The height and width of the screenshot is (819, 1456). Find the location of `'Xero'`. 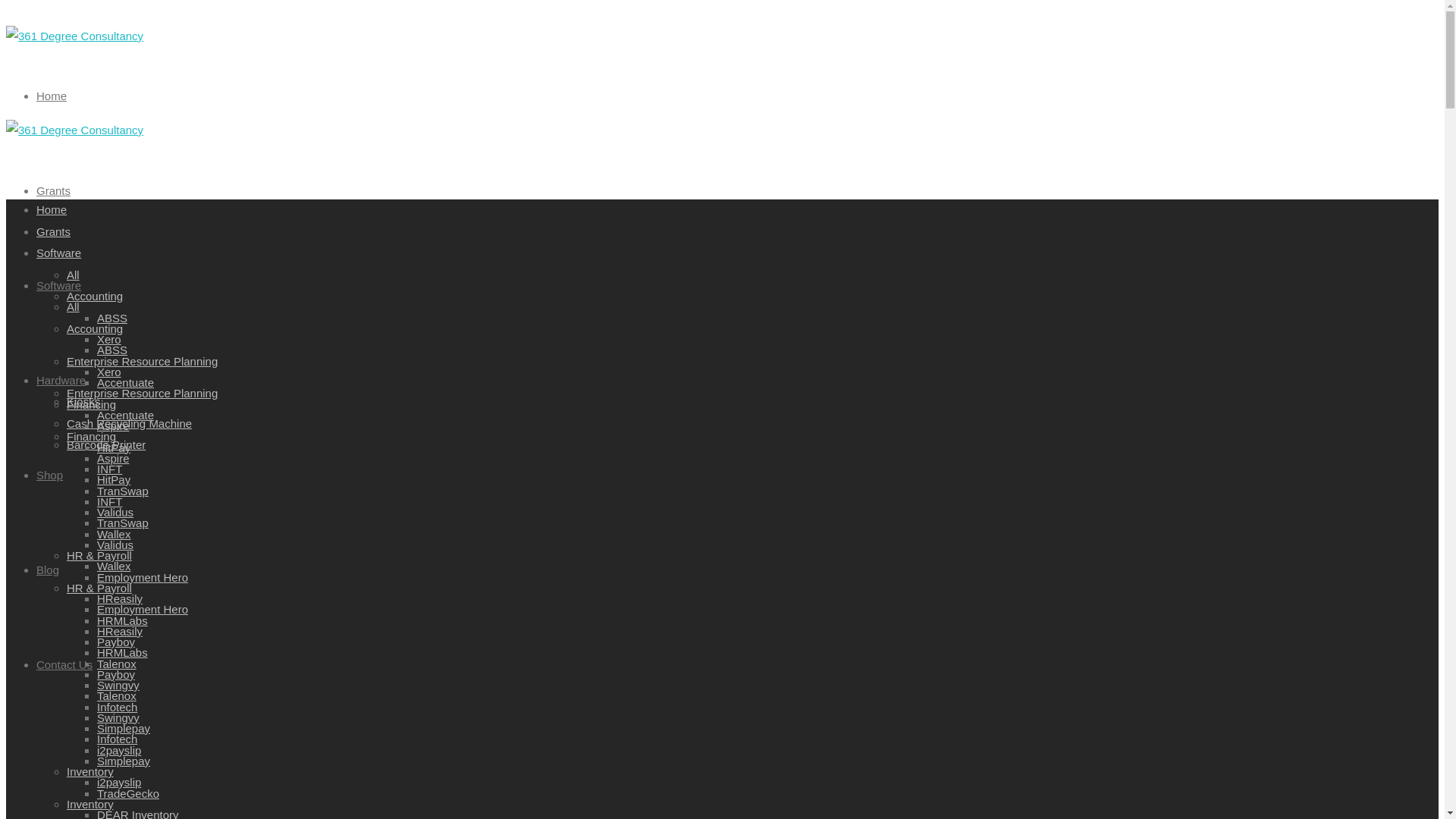

'Xero' is located at coordinates (96, 372).